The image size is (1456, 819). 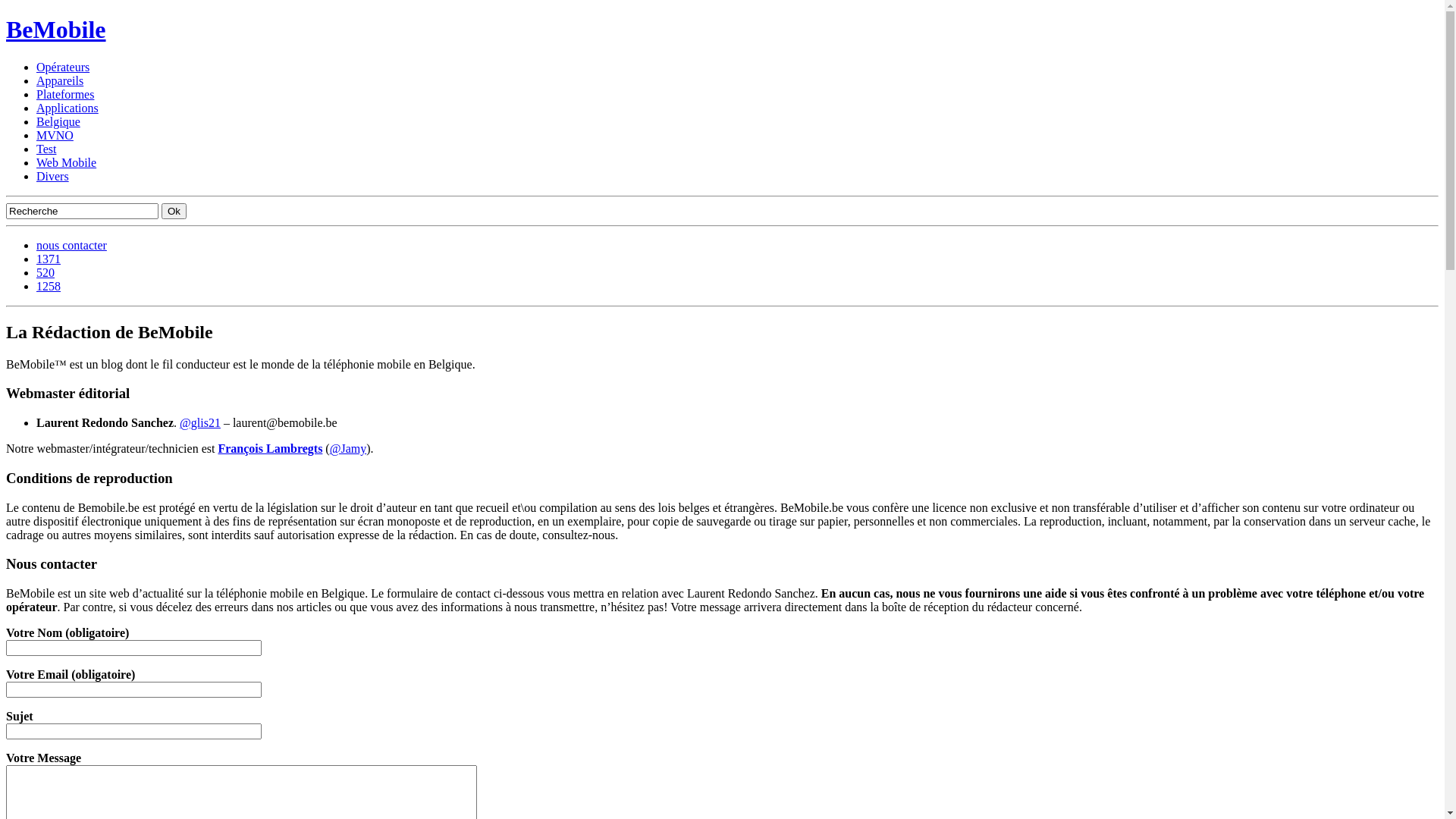 I want to click on '1371', so click(x=48, y=258).